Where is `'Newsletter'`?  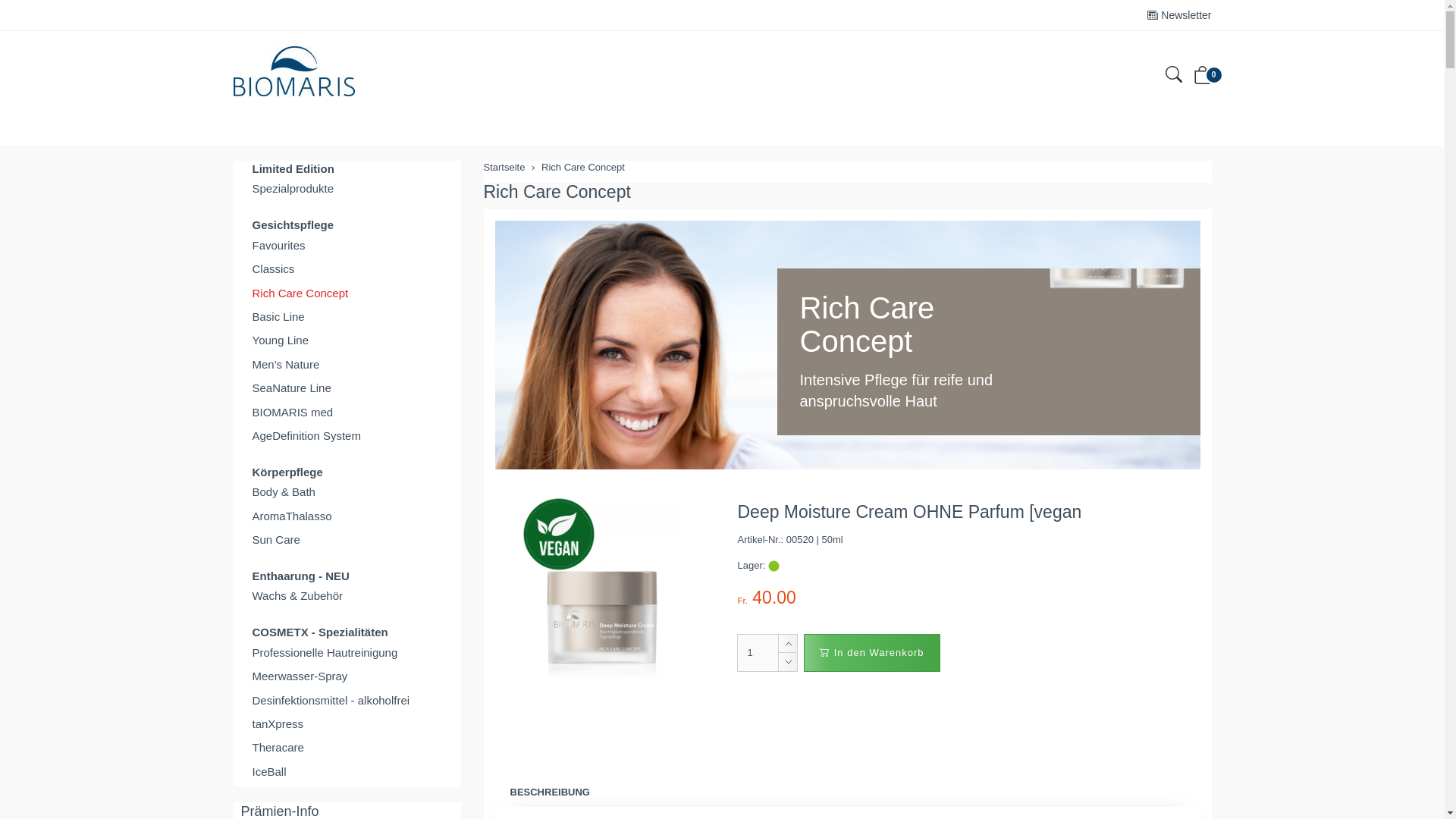
'Newsletter' is located at coordinates (1178, 14).